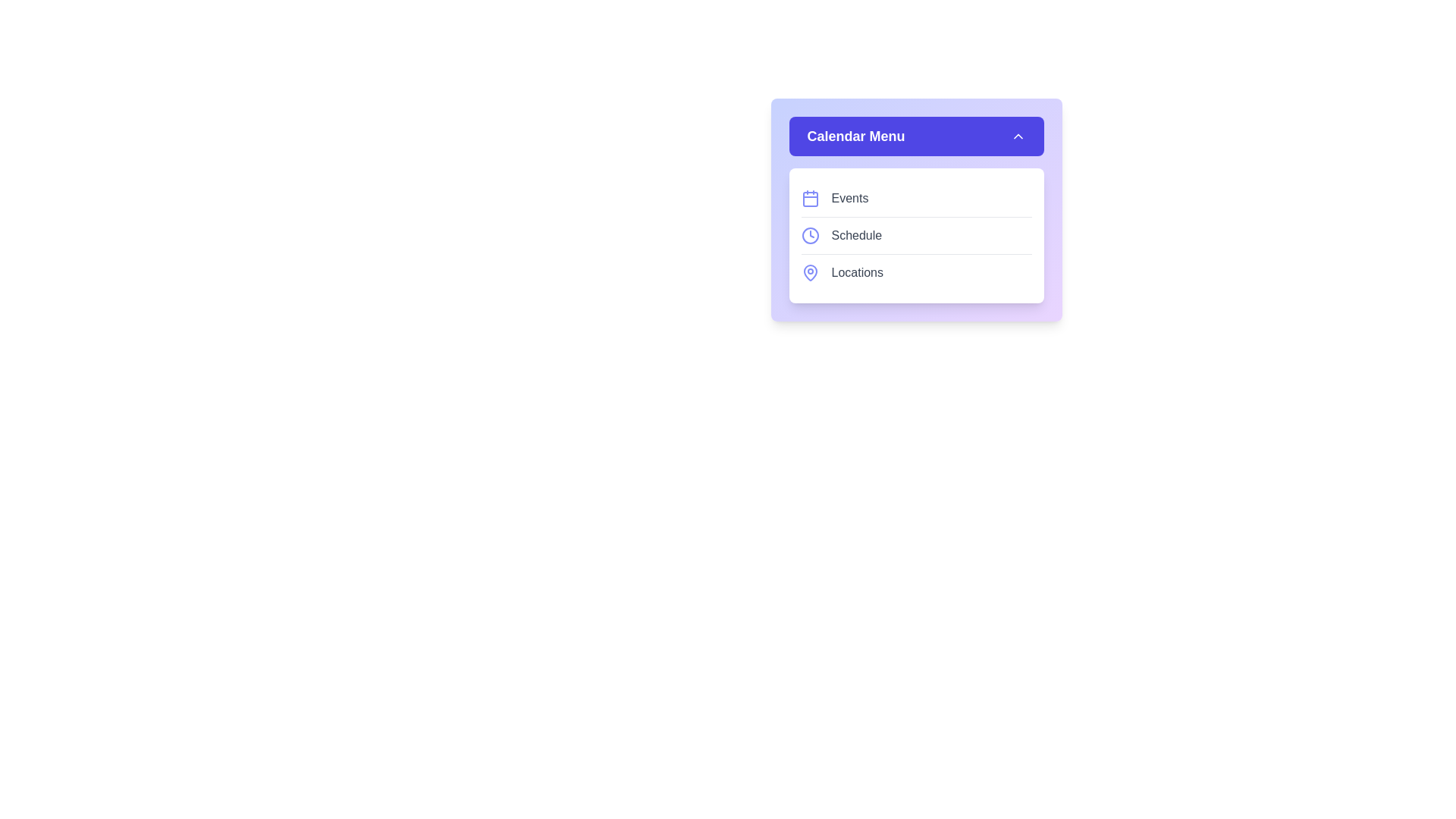 The height and width of the screenshot is (819, 1456). What do you see at coordinates (915, 198) in the screenshot?
I see `the menu item Events` at bounding box center [915, 198].